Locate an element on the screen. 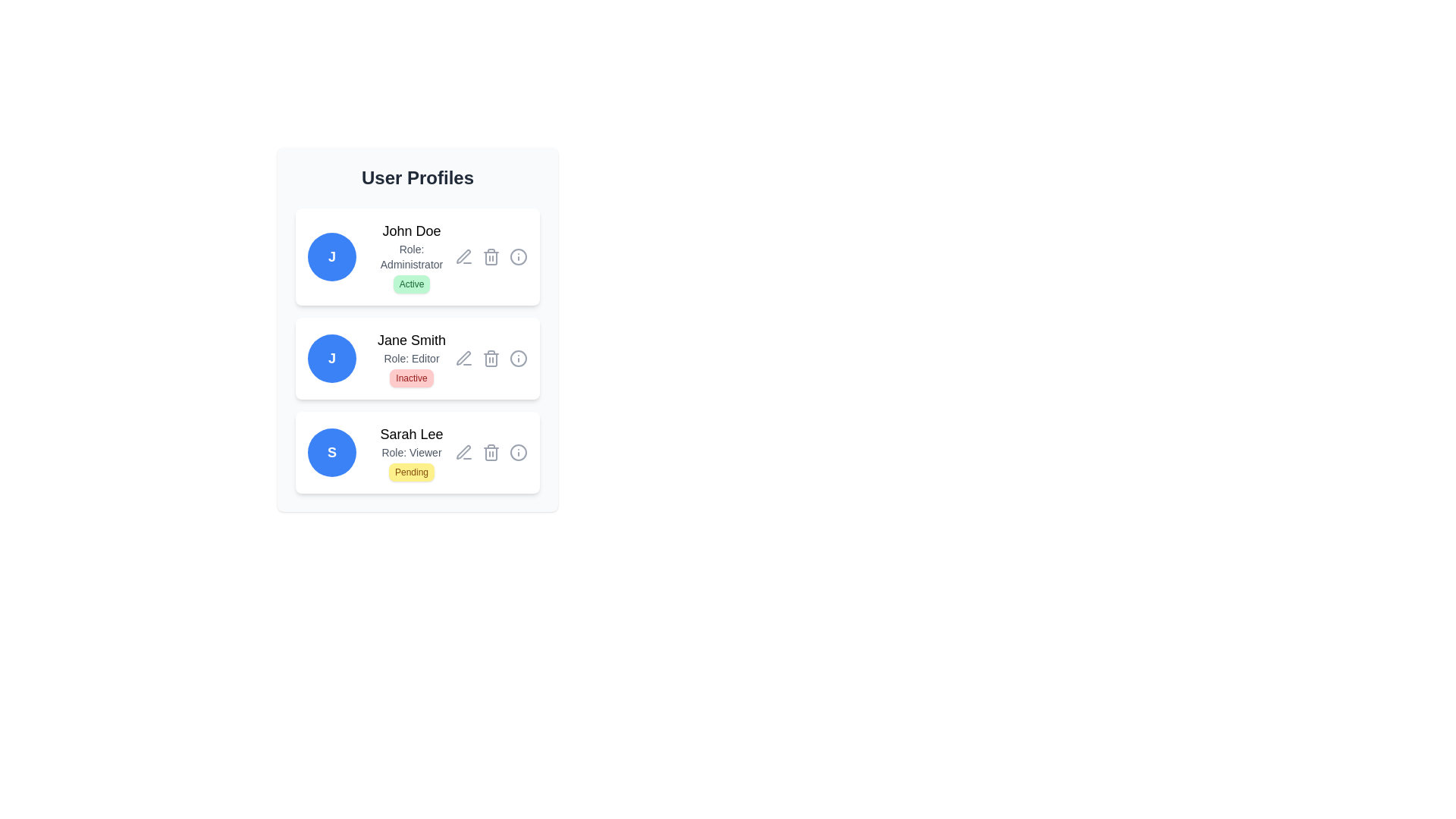 This screenshot has width=1456, height=819. the status label styled as a yellow rounded rectangle with the text 'Pending' in bold, dark yellow font, located in the third card of the user profiles list is located at coordinates (411, 472).